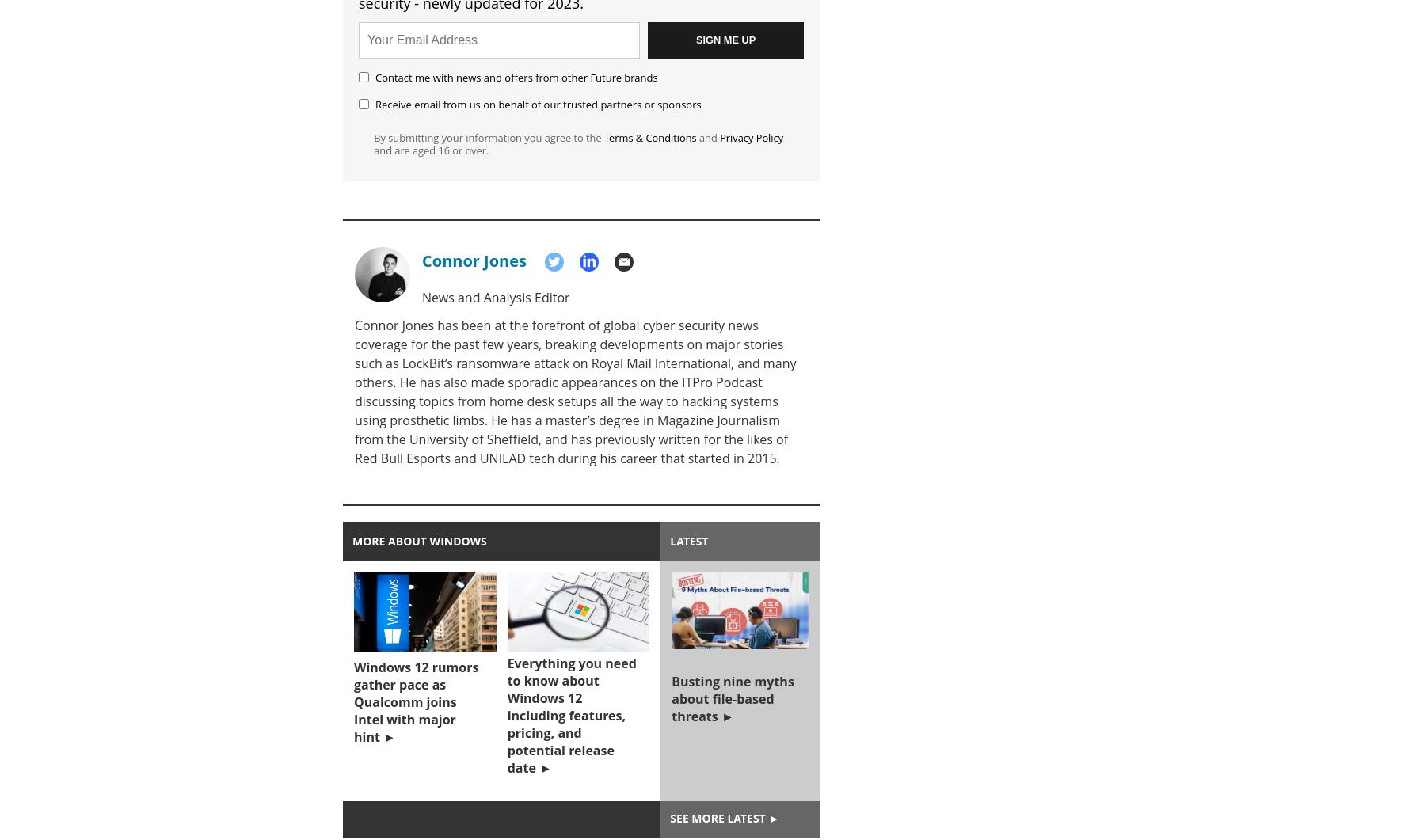 This screenshot has width=1416, height=840. I want to click on 'and are aged 16 or over.', so click(374, 150).